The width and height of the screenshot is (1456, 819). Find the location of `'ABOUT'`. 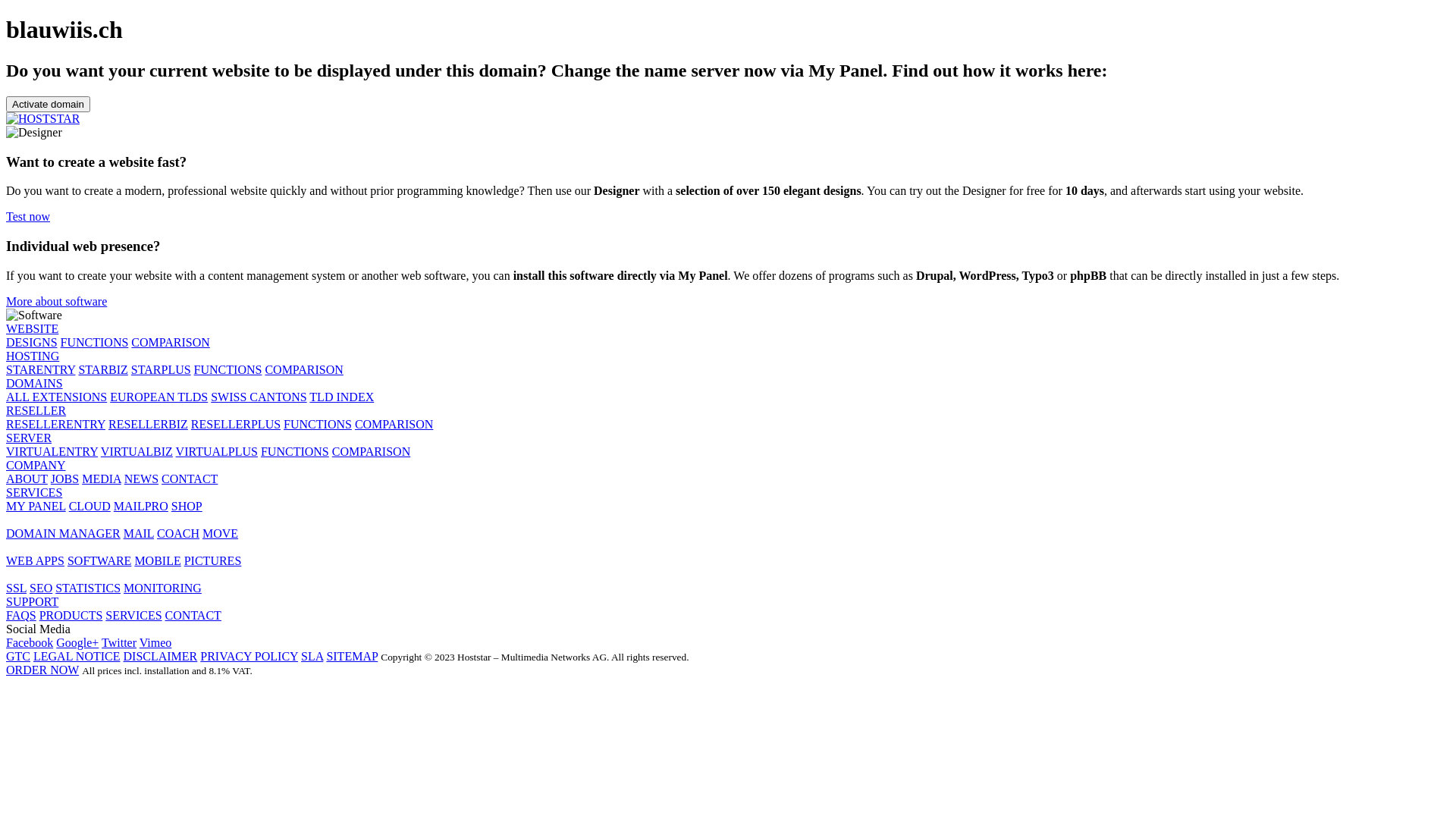

'ABOUT' is located at coordinates (27, 479).